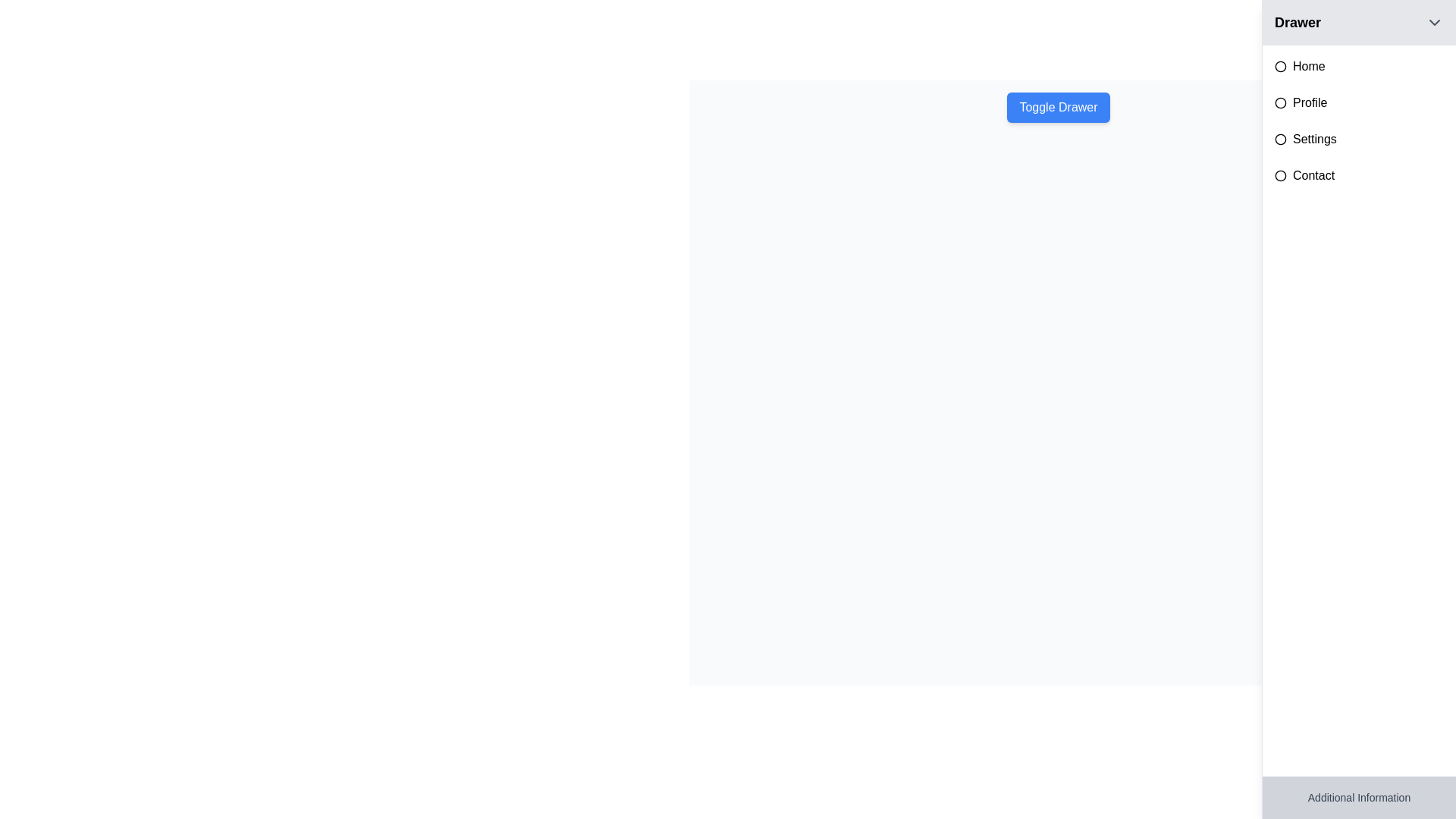 The height and width of the screenshot is (819, 1456). I want to click on text from the Text Label located at the bottom-right corner of the interface within the footer region, which provides additional context or meta-information to users, so click(1359, 797).